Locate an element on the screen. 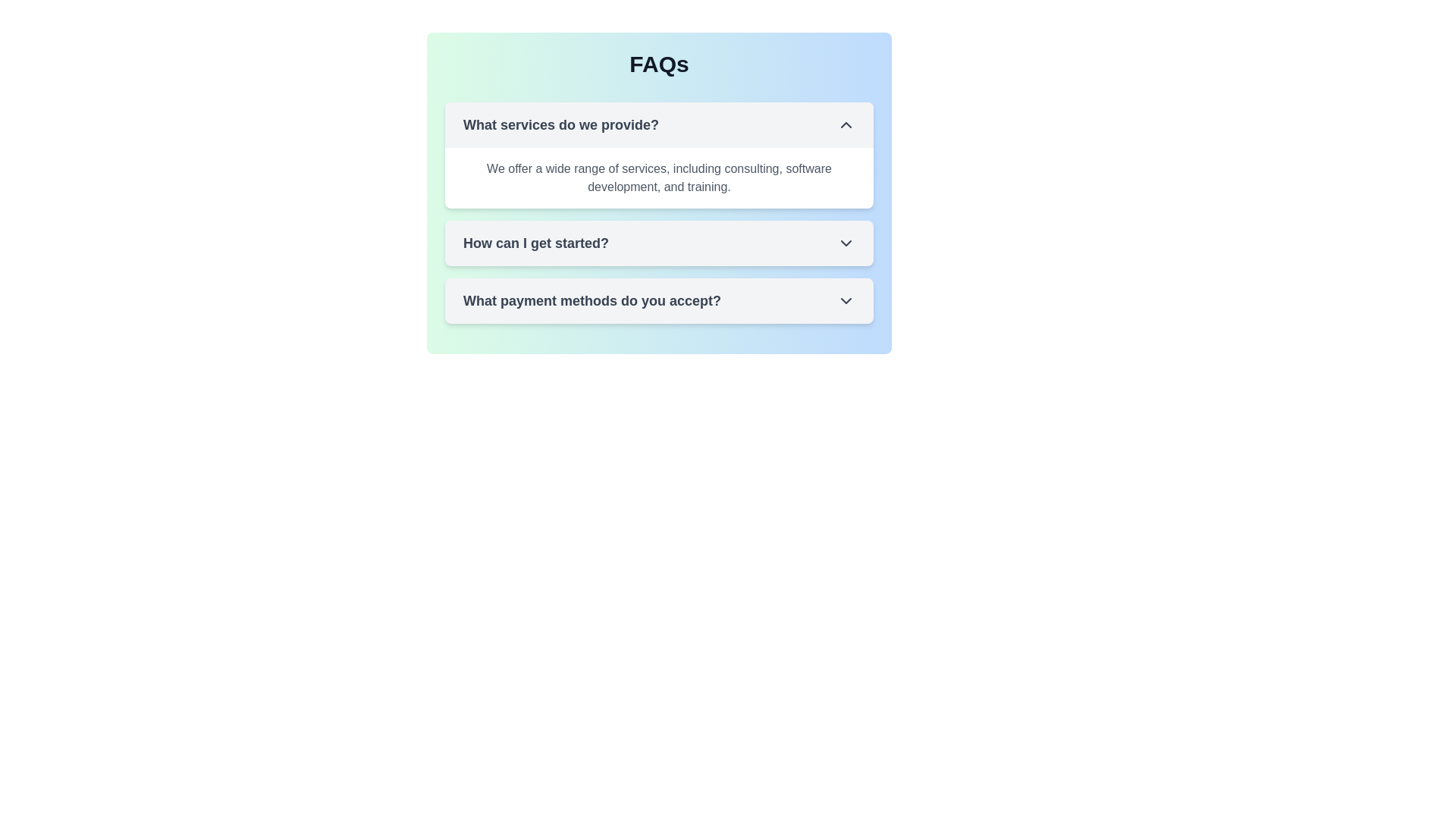 The width and height of the screenshot is (1456, 819). the downward-pointing chevron icon located towards the right edge of the text section labeled 'What payment methods do you accept?' is located at coordinates (846, 301).